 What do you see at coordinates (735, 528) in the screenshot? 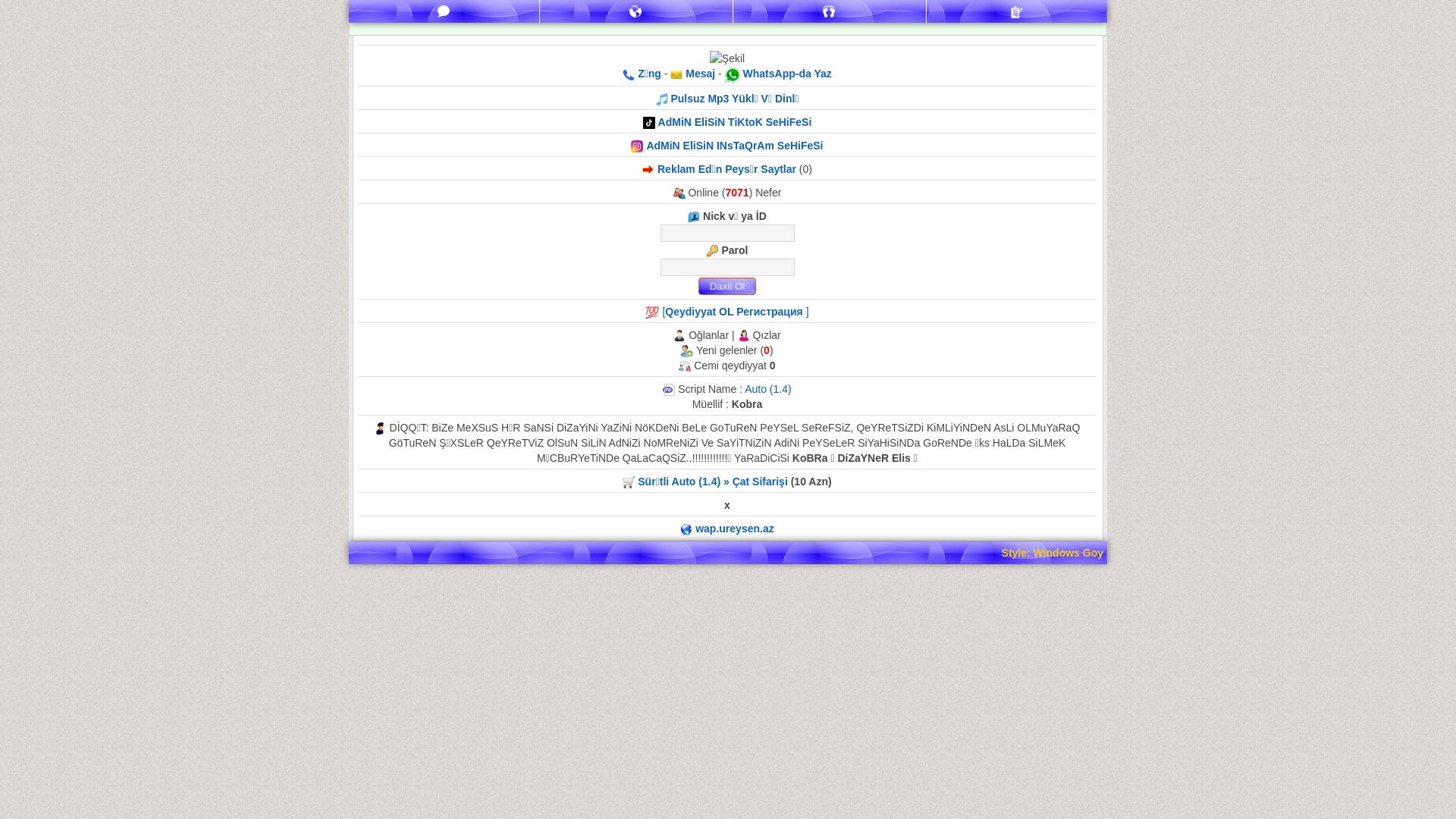
I see `'wap.ureysen.az'` at bounding box center [735, 528].